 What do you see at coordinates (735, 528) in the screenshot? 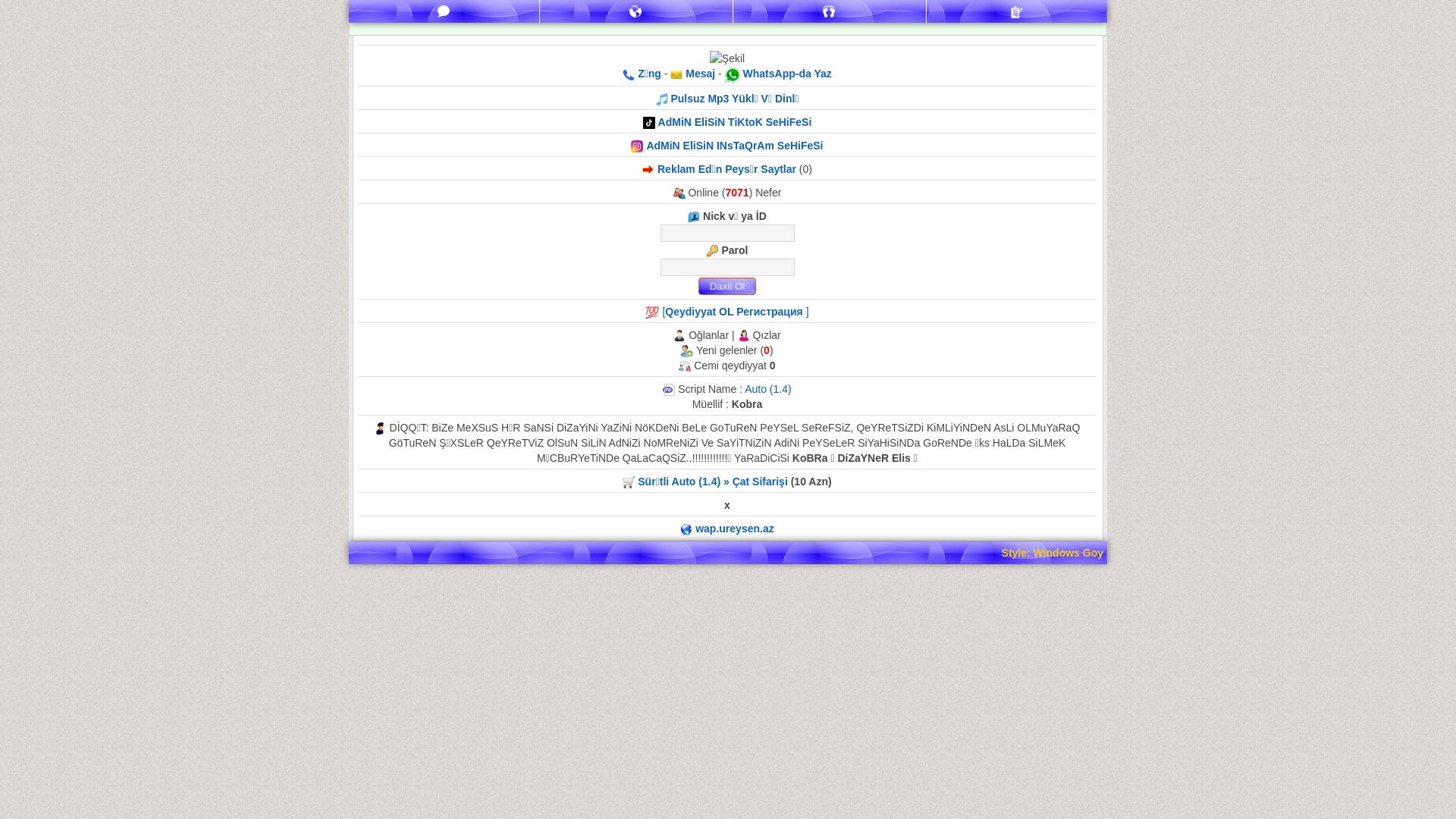
I see `'wap.ureysen.az'` at bounding box center [735, 528].